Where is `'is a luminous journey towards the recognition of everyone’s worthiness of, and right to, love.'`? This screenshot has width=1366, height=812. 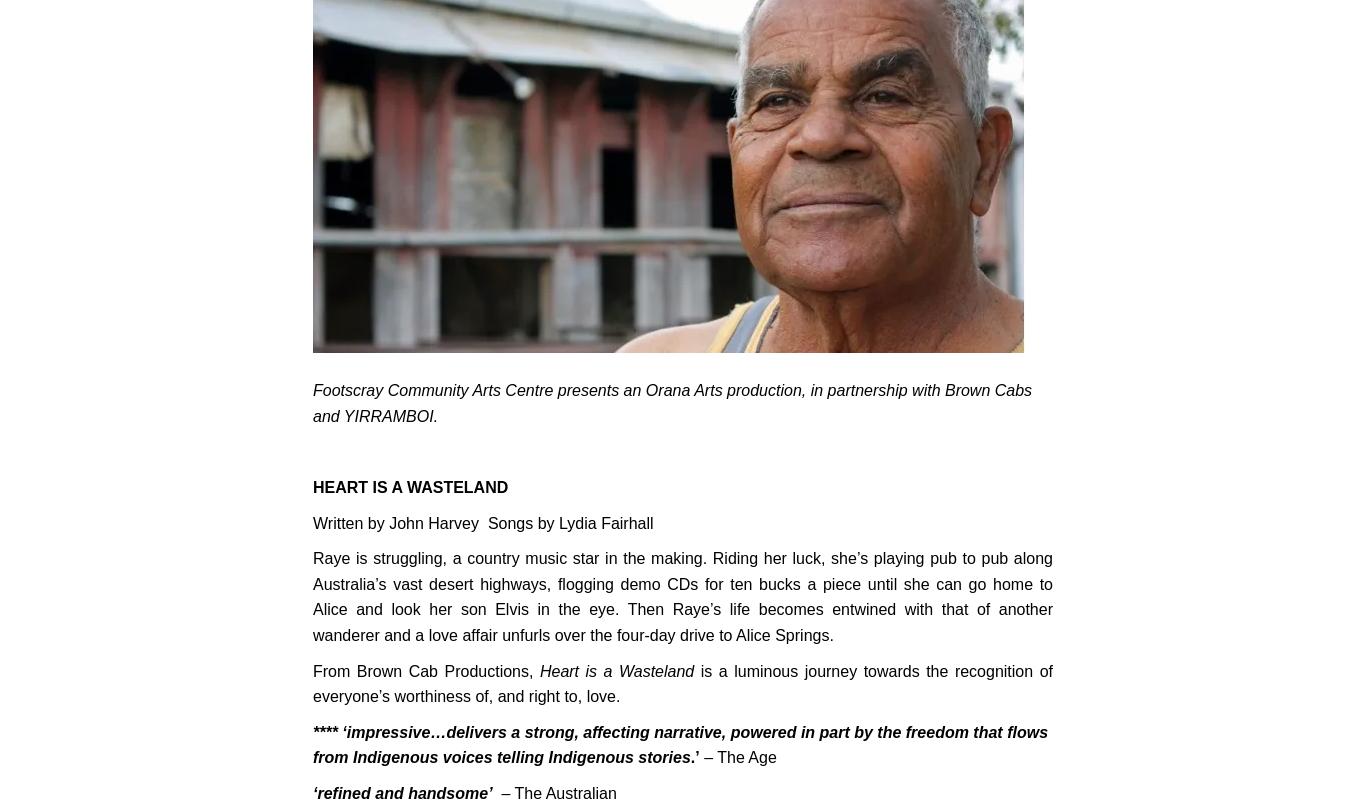
'is a luminous journey towards the recognition of everyone’s worthiness of, and right to, love.' is located at coordinates (312, 683).